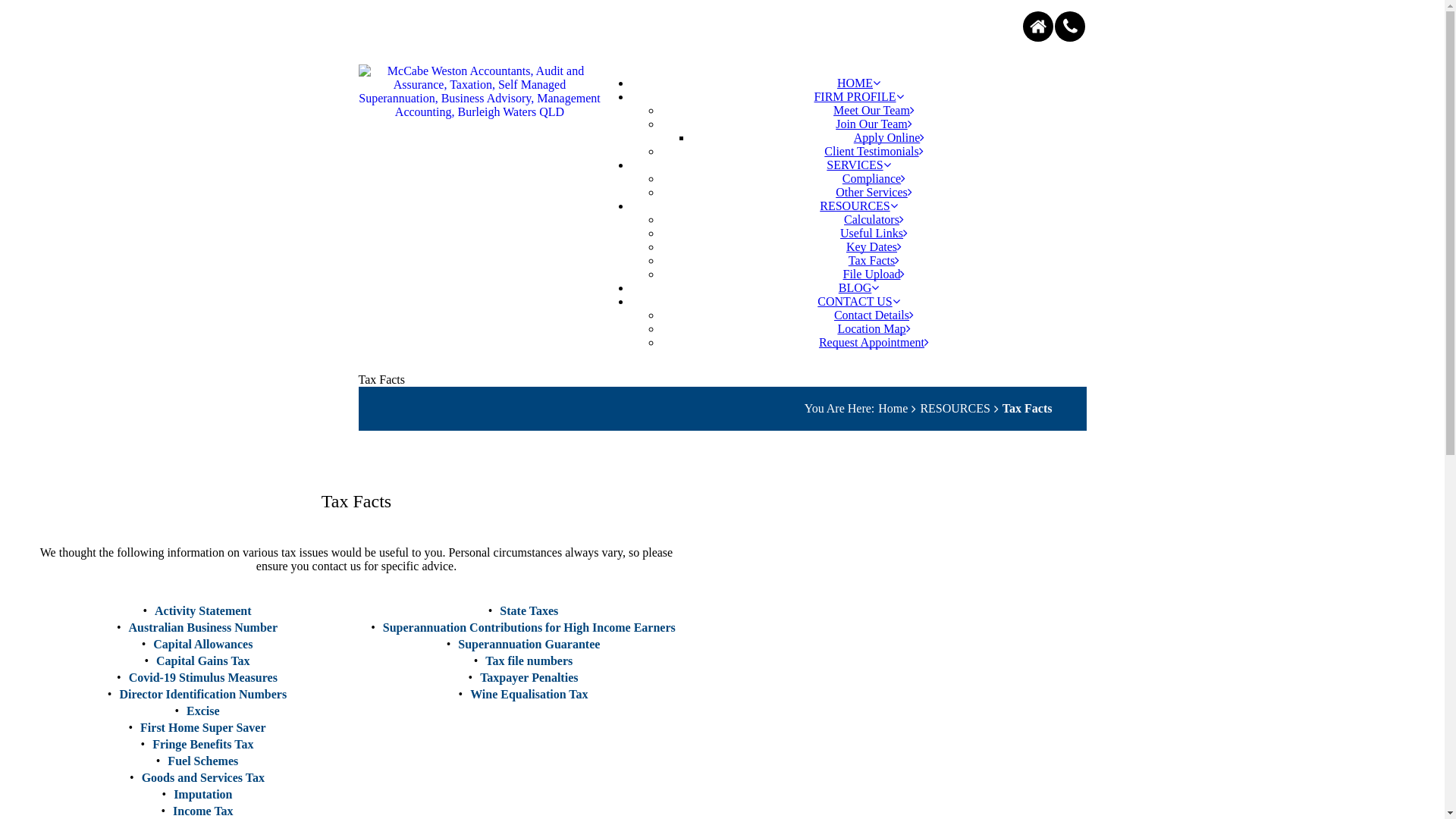 The image size is (1456, 819). What do you see at coordinates (1037, 26) in the screenshot?
I see `'home'` at bounding box center [1037, 26].